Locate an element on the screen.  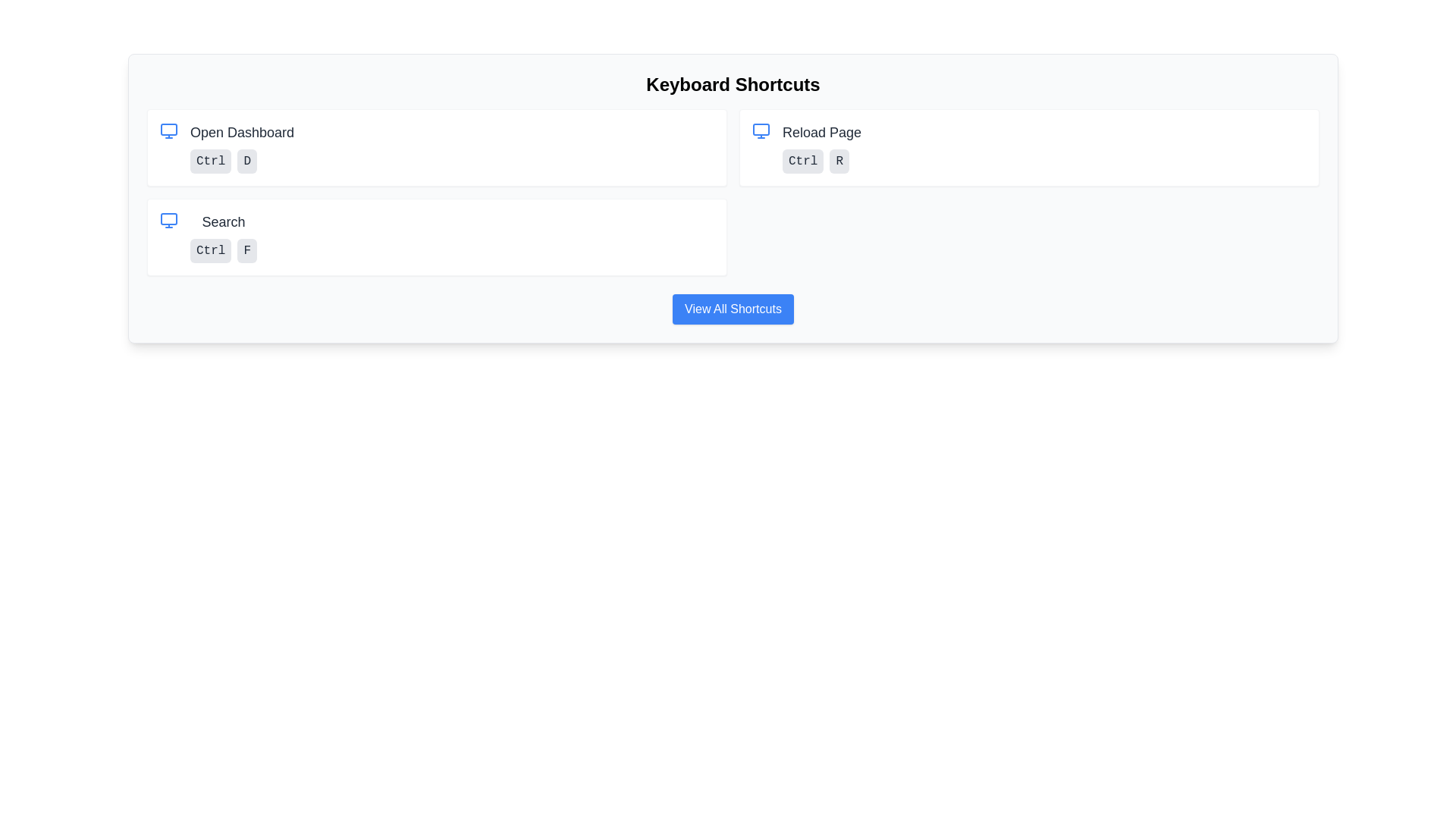
the 'Ctrl' and 'D' keyboard shortcut label located below the 'Open Dashboard' heading, which is visually aligned to the left of the surrounding panel is located at coordinates (241, 161).